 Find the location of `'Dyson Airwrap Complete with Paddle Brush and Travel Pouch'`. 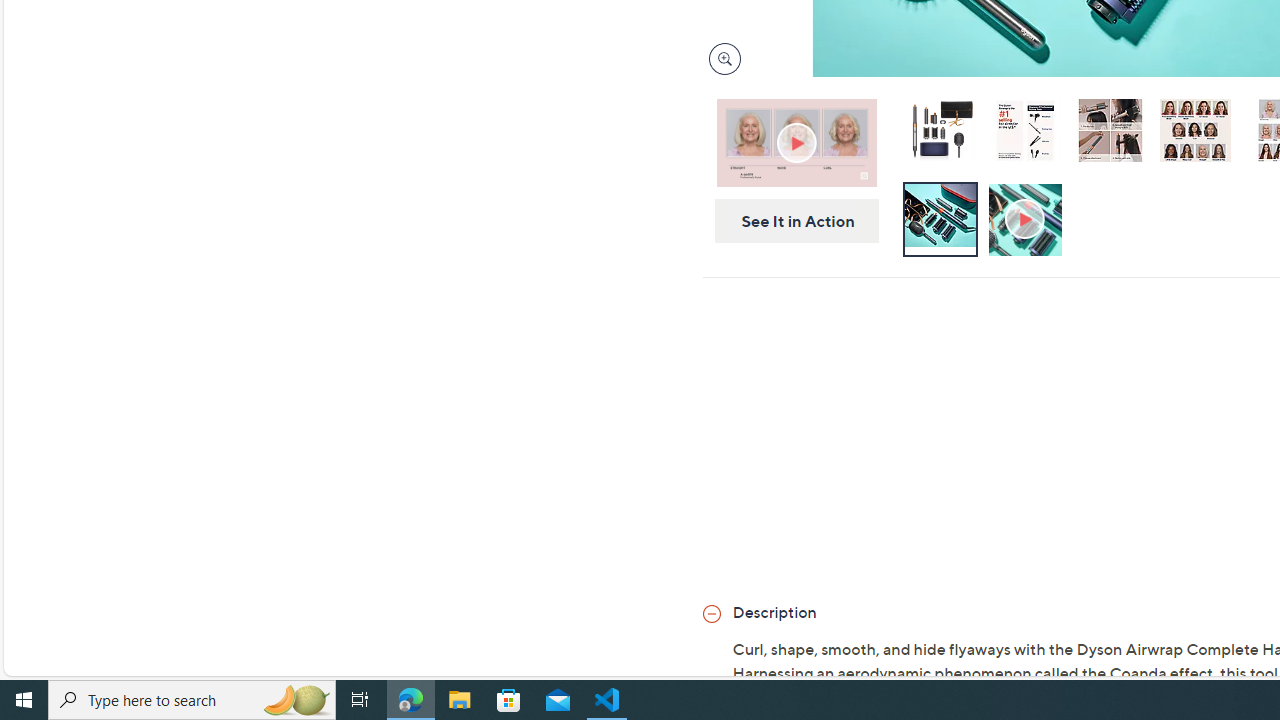

'Dyson Airwrap Complete with Paddle Brush and Travel Pouch' is located at coordinates (938, 129).